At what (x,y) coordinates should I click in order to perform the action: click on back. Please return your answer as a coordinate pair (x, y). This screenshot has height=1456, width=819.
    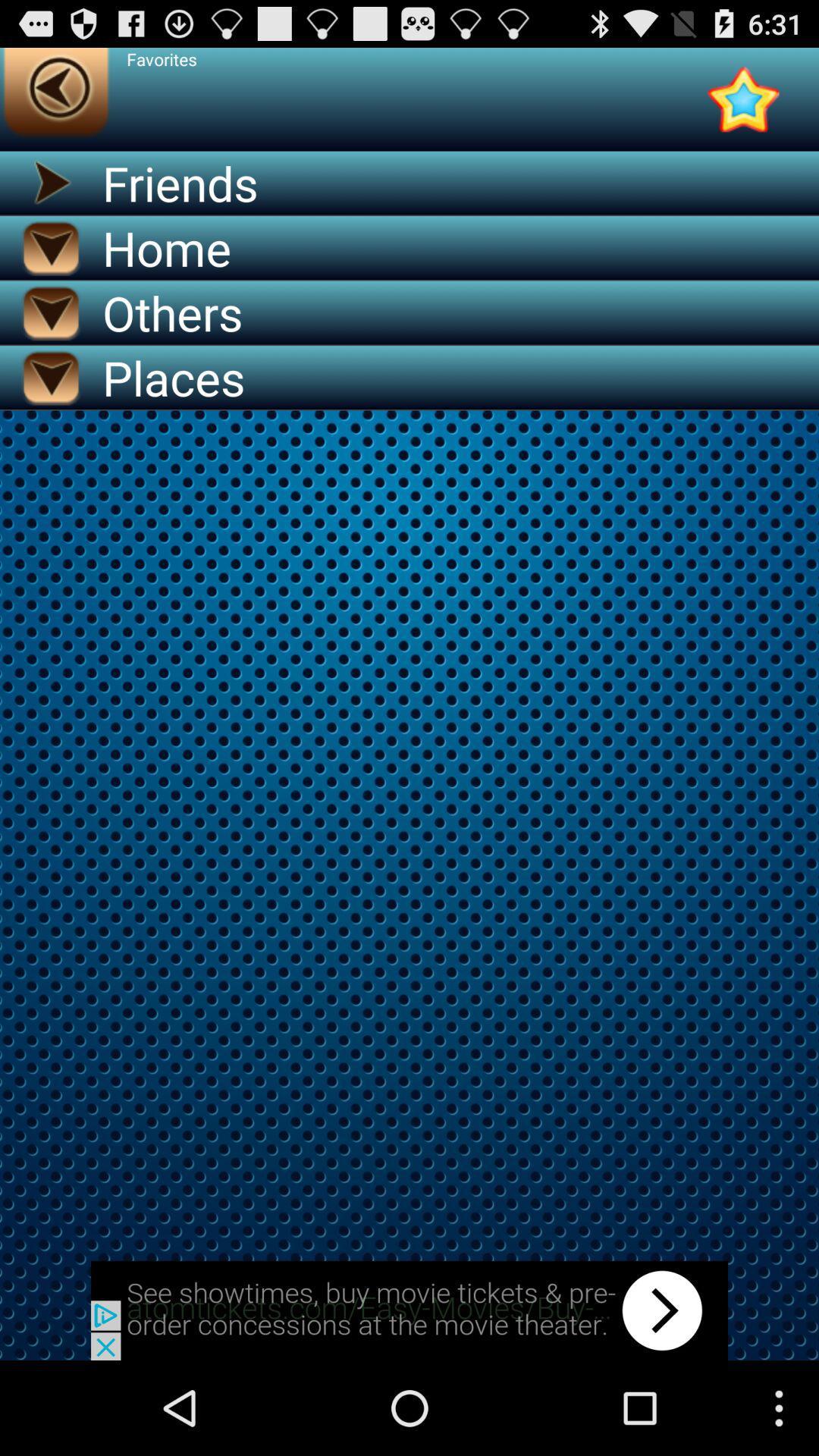
    Looking at the image, I should click on (409, 1310).